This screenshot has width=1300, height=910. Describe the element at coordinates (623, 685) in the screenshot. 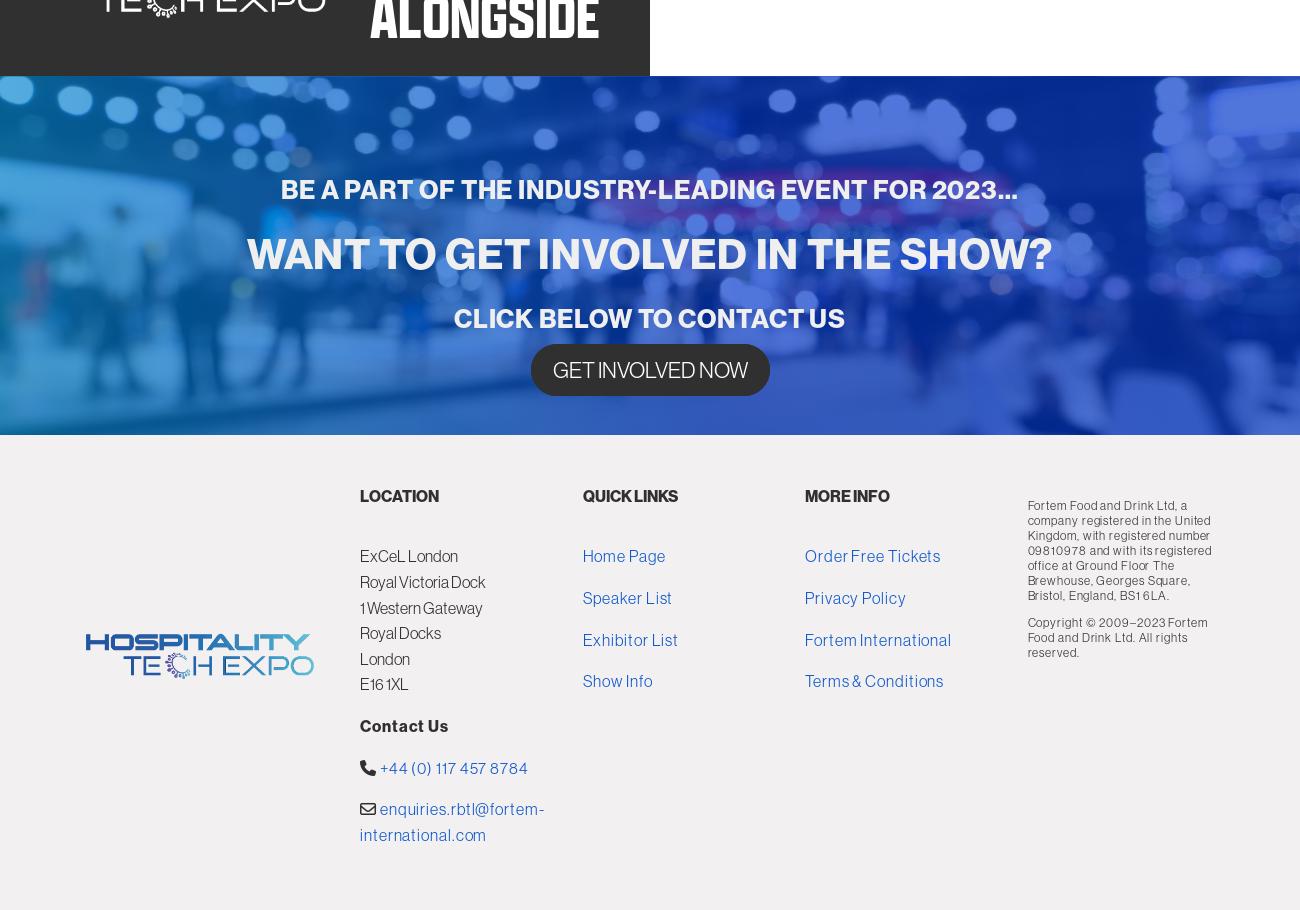

I see `'Home Page'` at that location.